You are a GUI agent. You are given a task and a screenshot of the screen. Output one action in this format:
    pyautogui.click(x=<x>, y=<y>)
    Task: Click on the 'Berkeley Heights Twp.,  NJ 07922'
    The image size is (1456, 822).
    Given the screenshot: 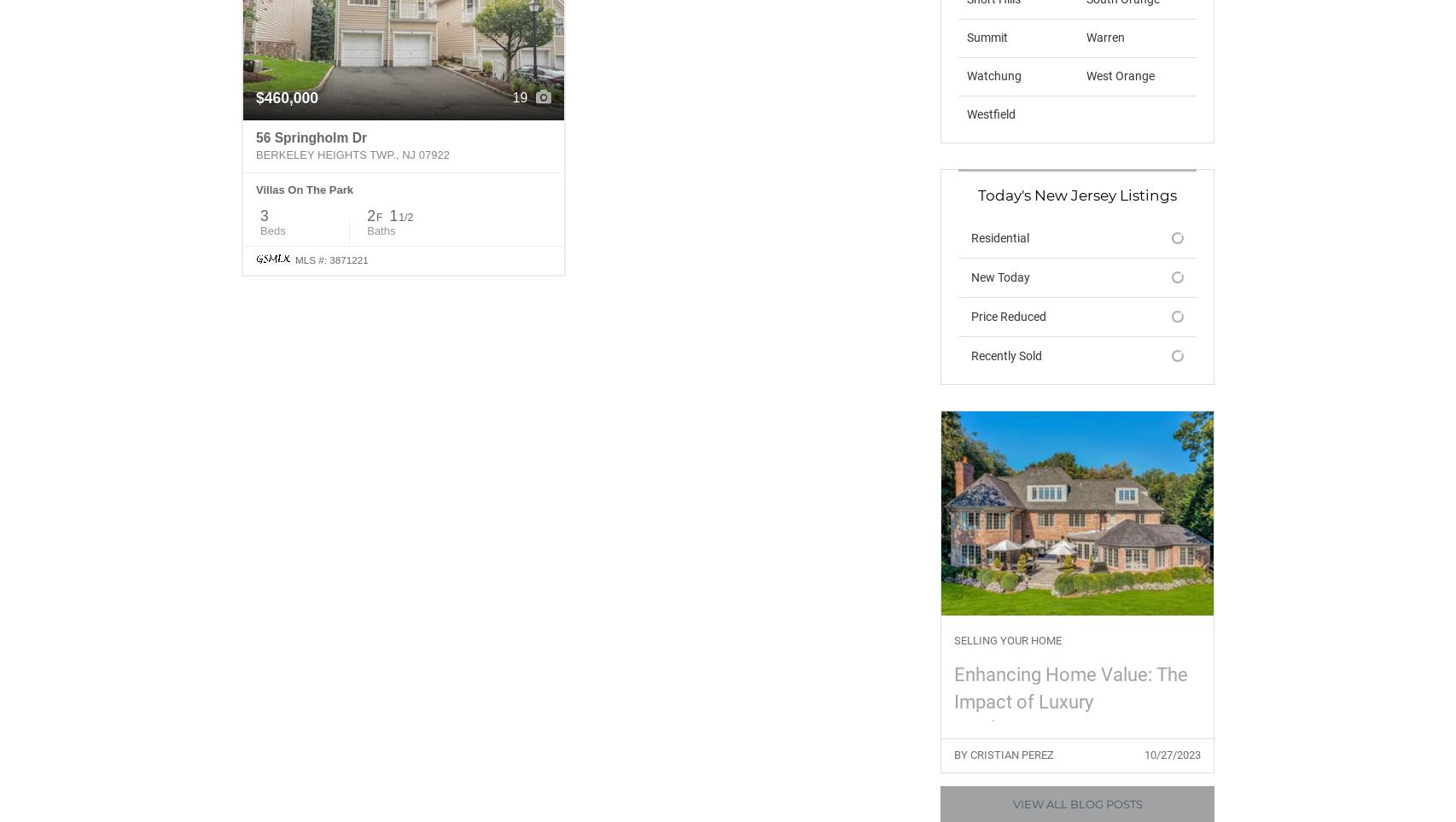 What is the action you would take?
    pyautogui.click(x=255, y=154)
    